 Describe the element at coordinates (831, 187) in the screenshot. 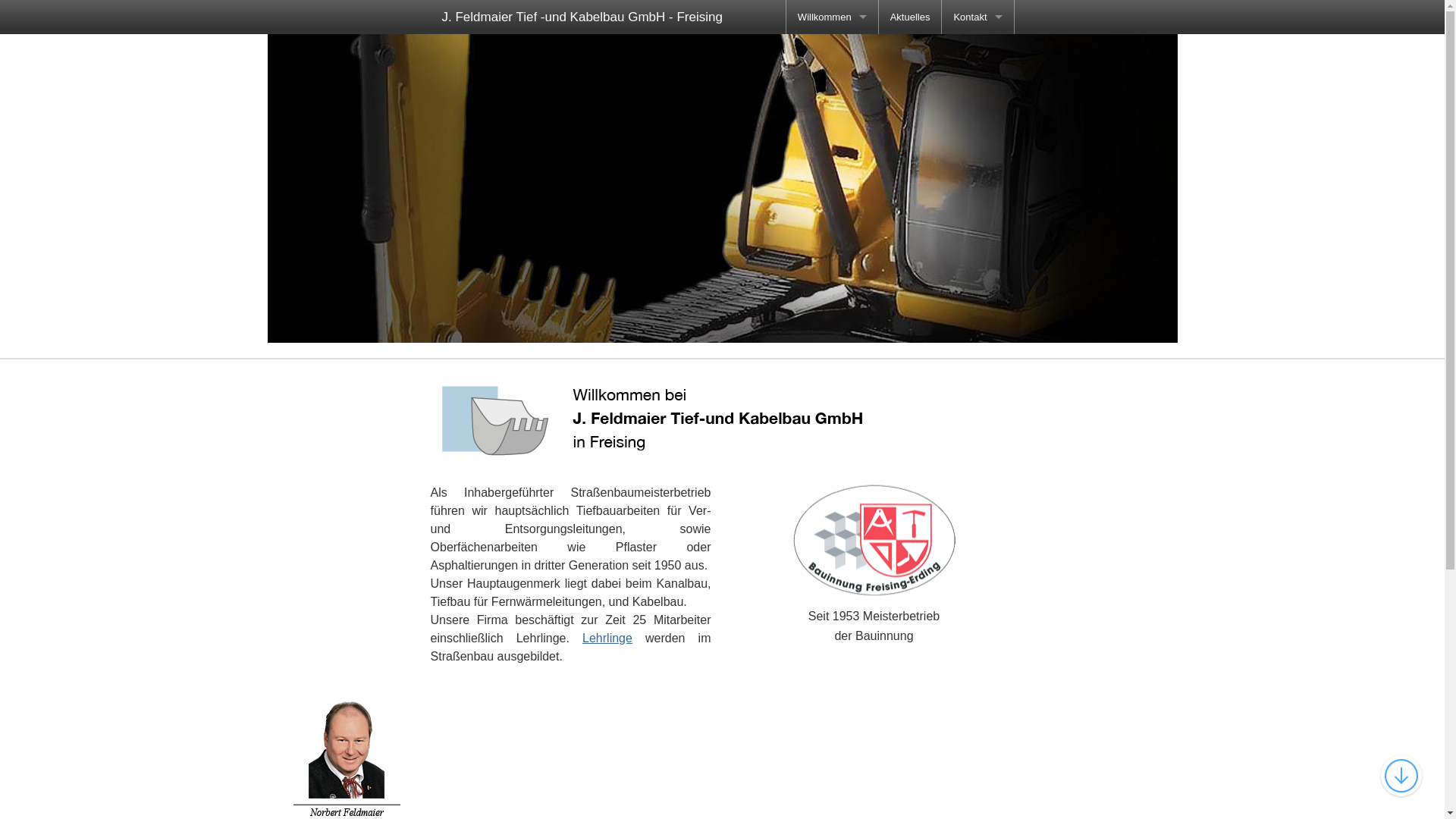

I see `'Datenschutz'` at that location.